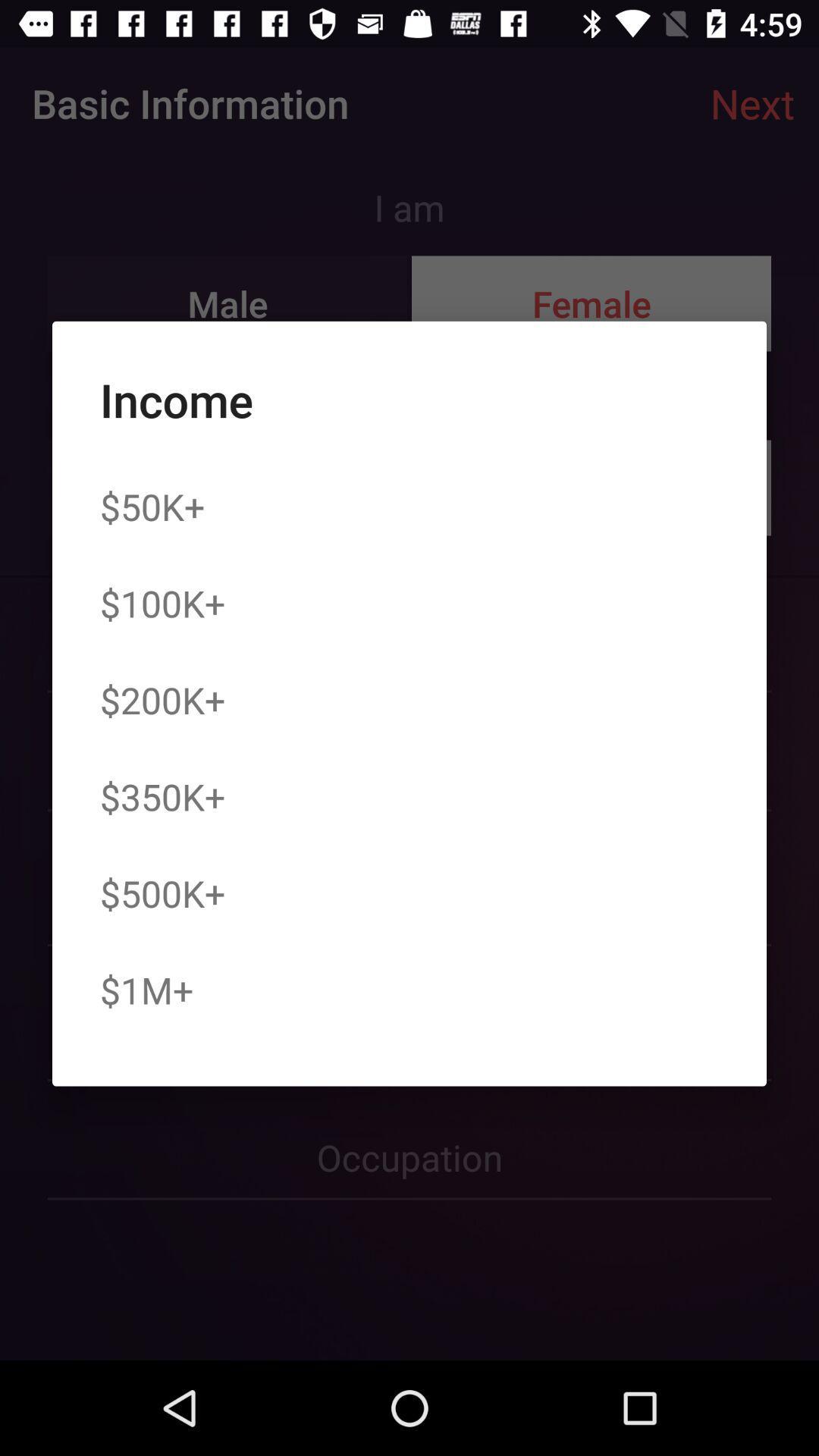  I want to click on $1m+, so click(146, 990).